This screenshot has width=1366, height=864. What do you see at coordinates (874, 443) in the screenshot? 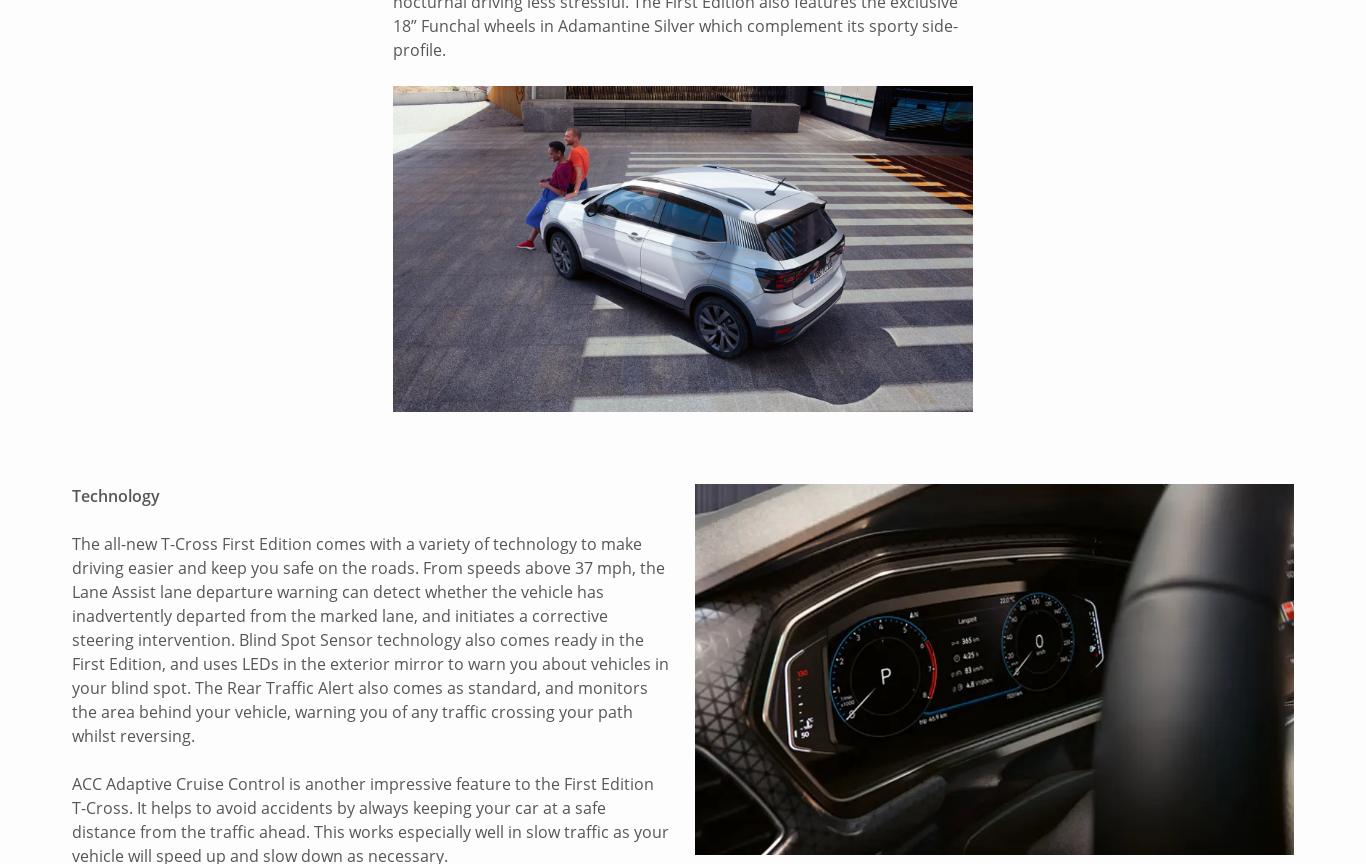
I see `'About Us'` at bounding box center [874, 443].